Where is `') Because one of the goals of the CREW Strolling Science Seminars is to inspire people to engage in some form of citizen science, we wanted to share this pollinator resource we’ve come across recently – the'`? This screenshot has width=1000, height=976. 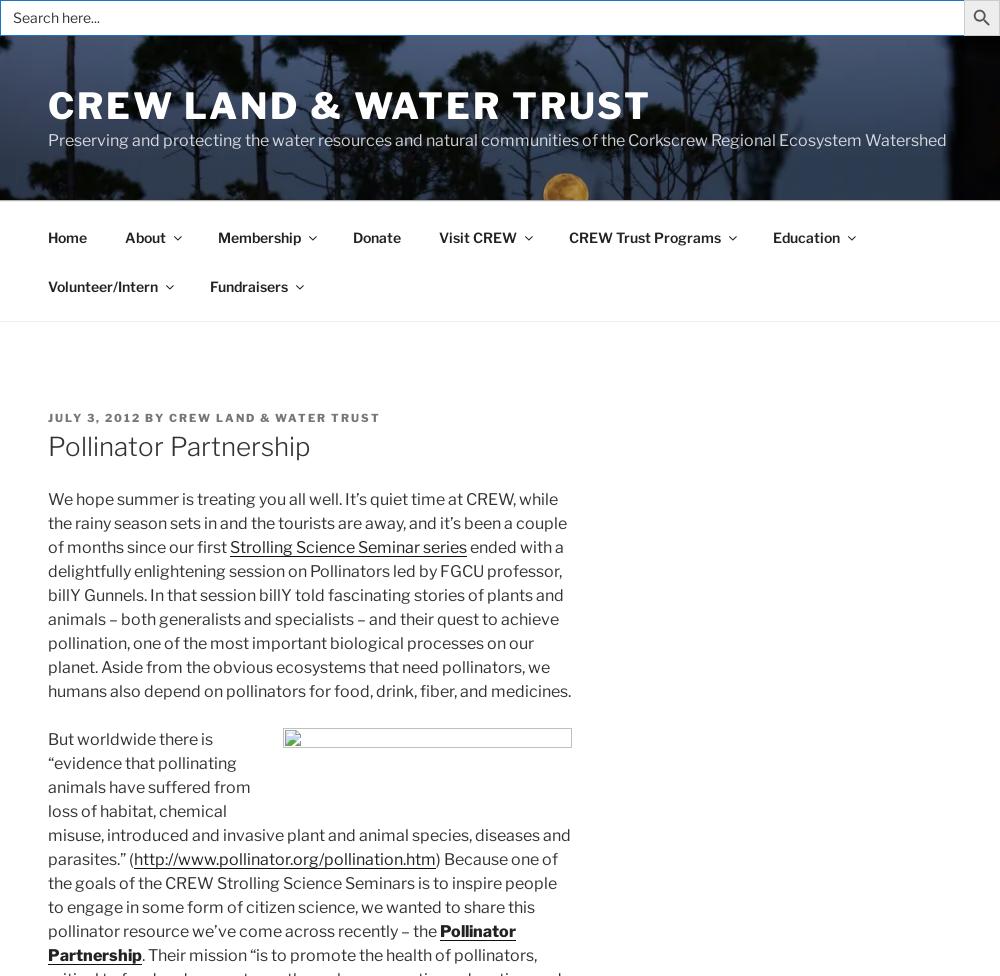 ') Because one of the goals of the CREW Strolling Science Seminars is to inspire people to engage in some form of citizen science, we wanted to share this pollinator resource we’ve come across recently – the' is located at coordinates (48, 894).